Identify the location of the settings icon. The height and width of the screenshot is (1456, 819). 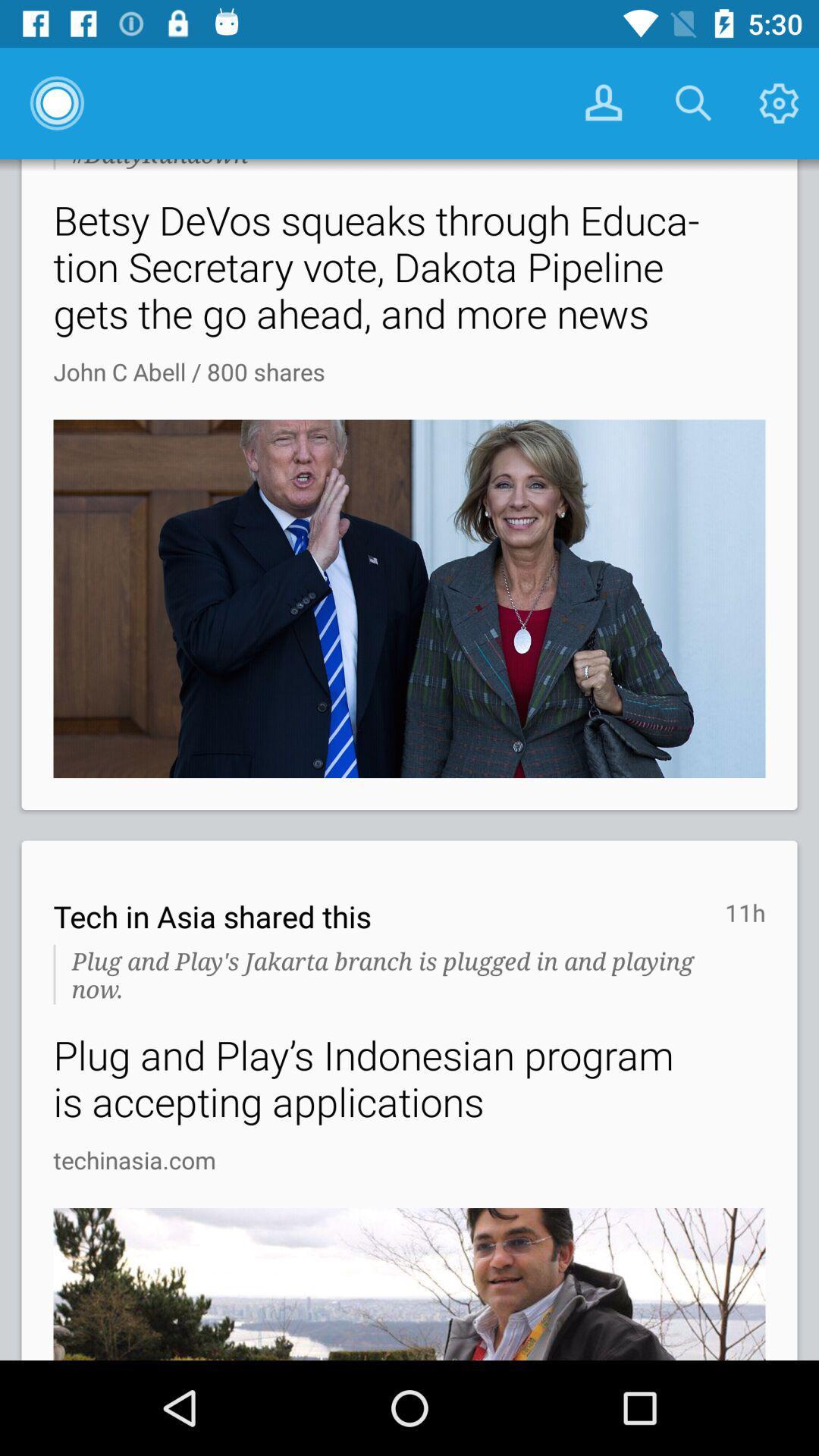
(777, 102).